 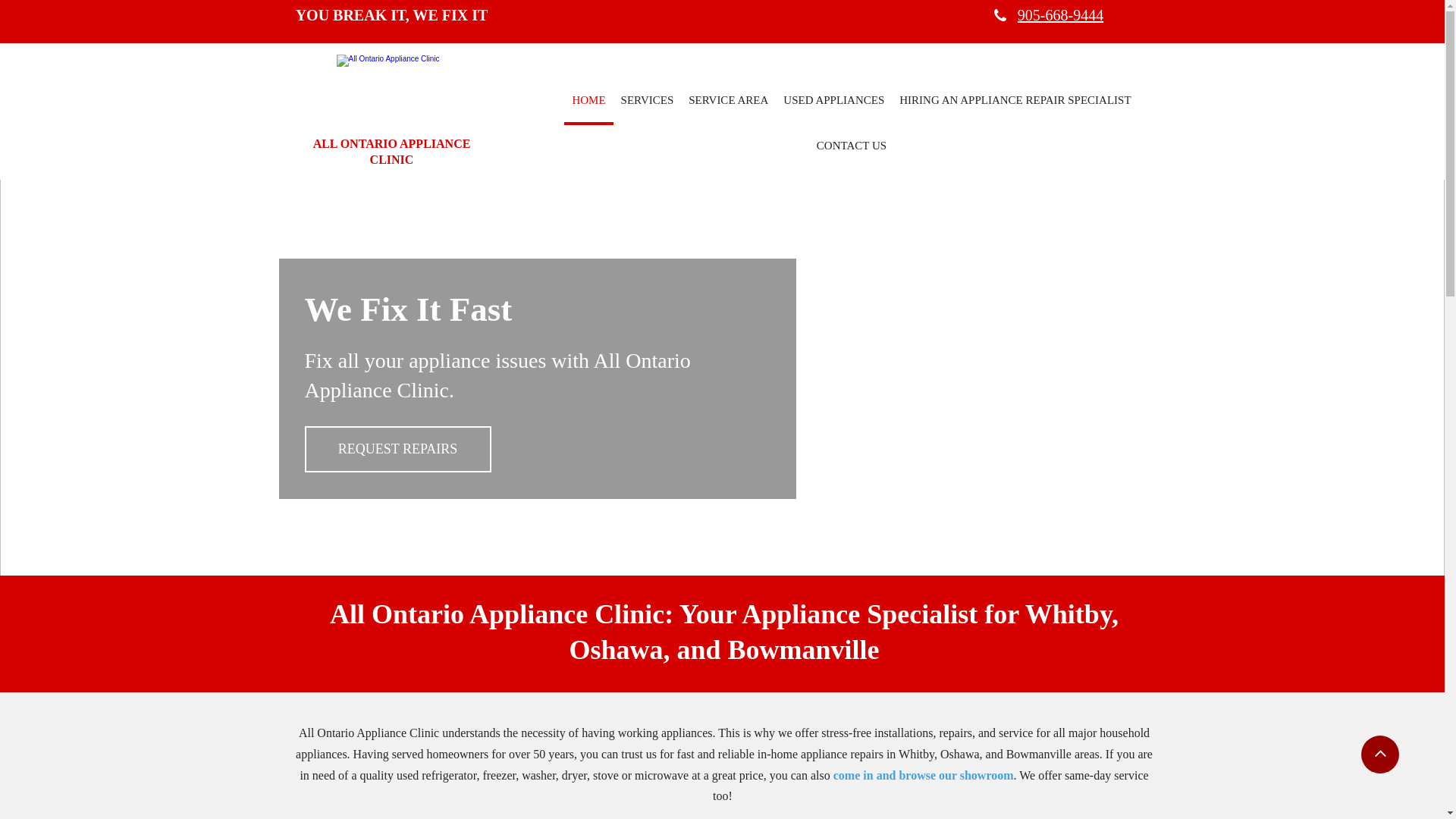 I want to click on 'CONTACT US', so click(x=808, y=148).